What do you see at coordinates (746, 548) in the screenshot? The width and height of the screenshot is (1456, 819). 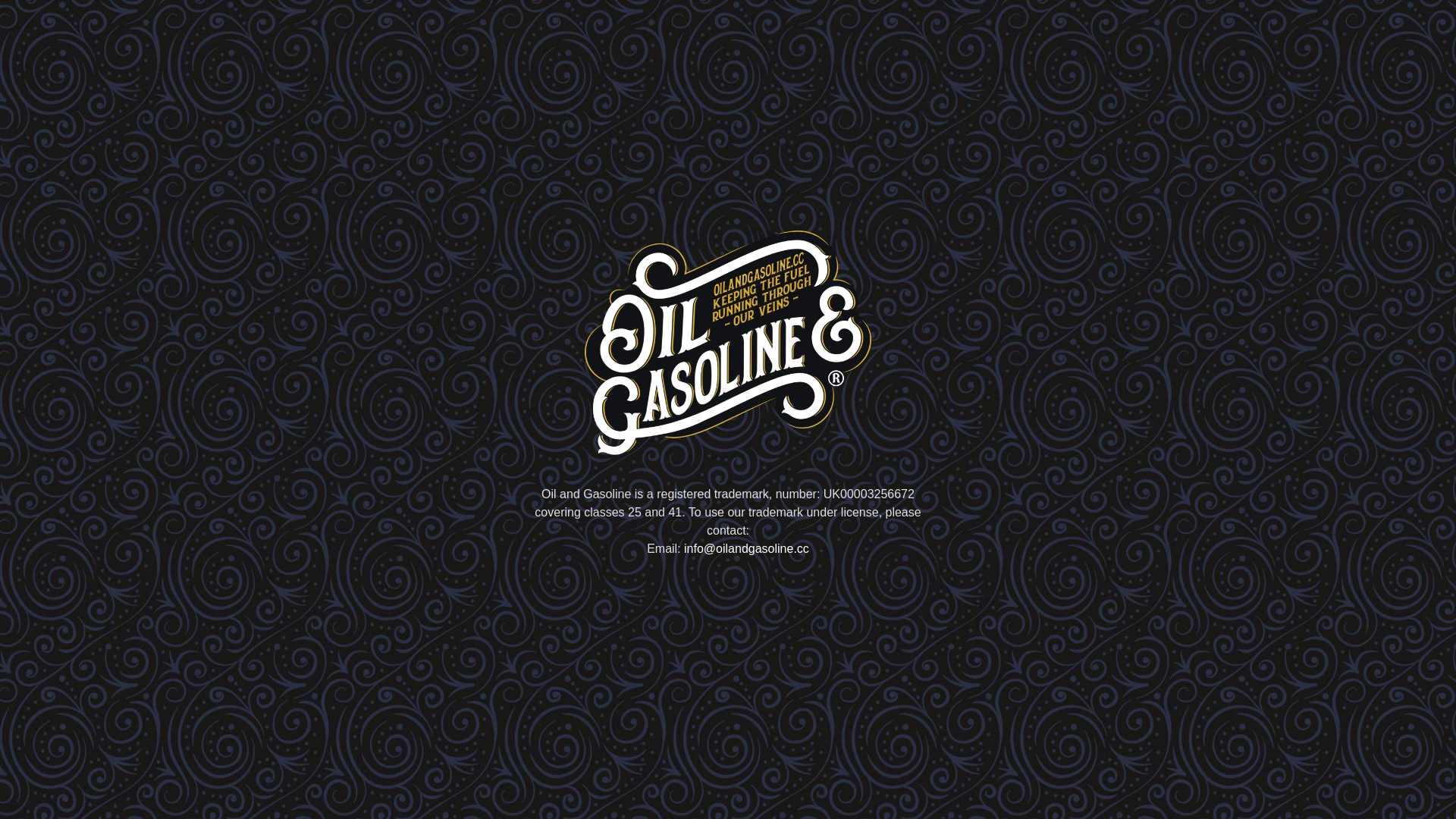 I see `'info@oilandgasoline.cc'` at bounding box center [746, 548].